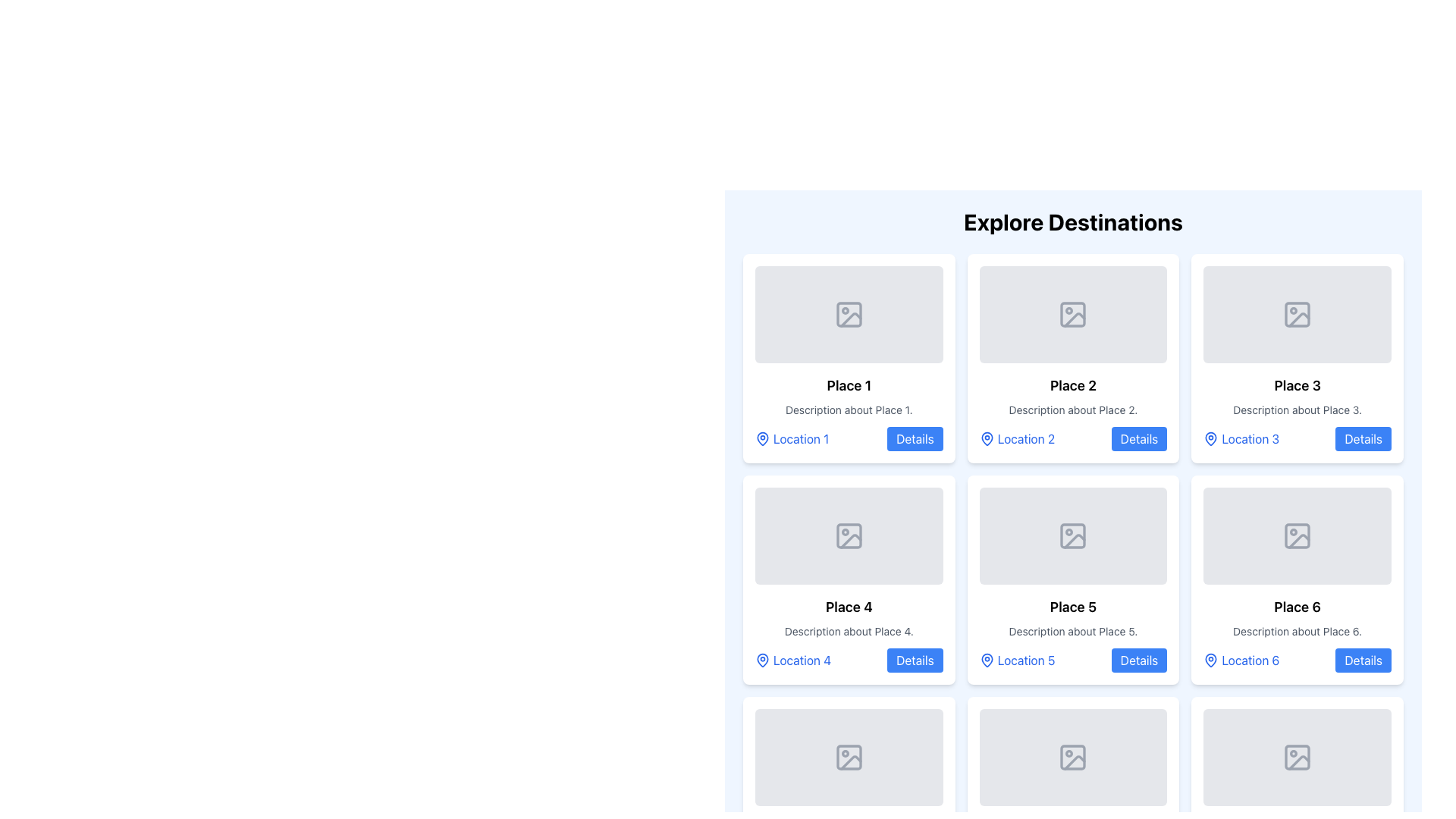  I want to click on the 'Location 6' text with the map pin icon, which is styled in blue and located in the bottom-left section of the 'Place 6' card, so click(1241, 660).